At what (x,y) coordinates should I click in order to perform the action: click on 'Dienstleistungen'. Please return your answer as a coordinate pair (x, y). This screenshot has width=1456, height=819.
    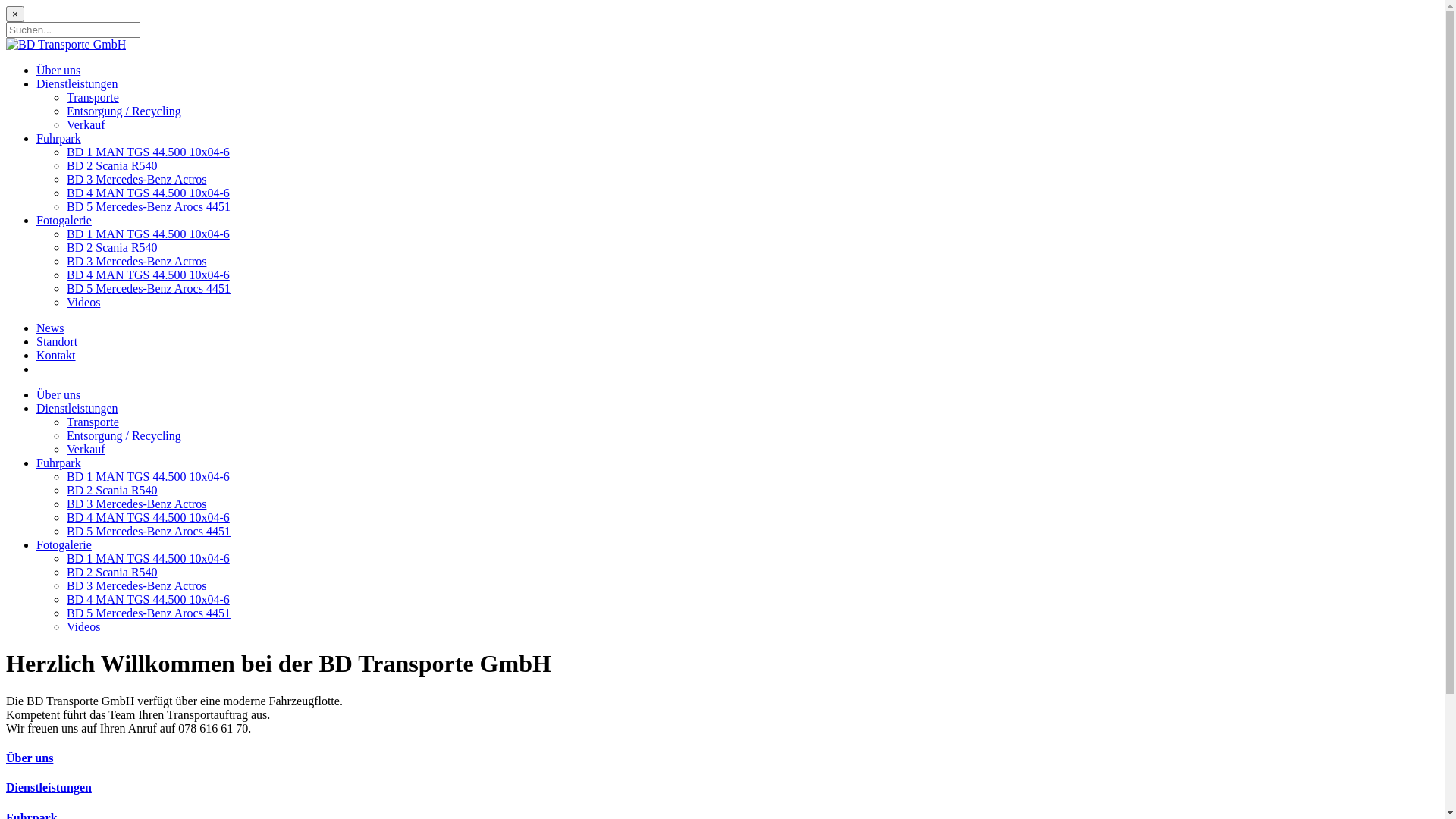
    Looking at the image, I should click on (76, 83).